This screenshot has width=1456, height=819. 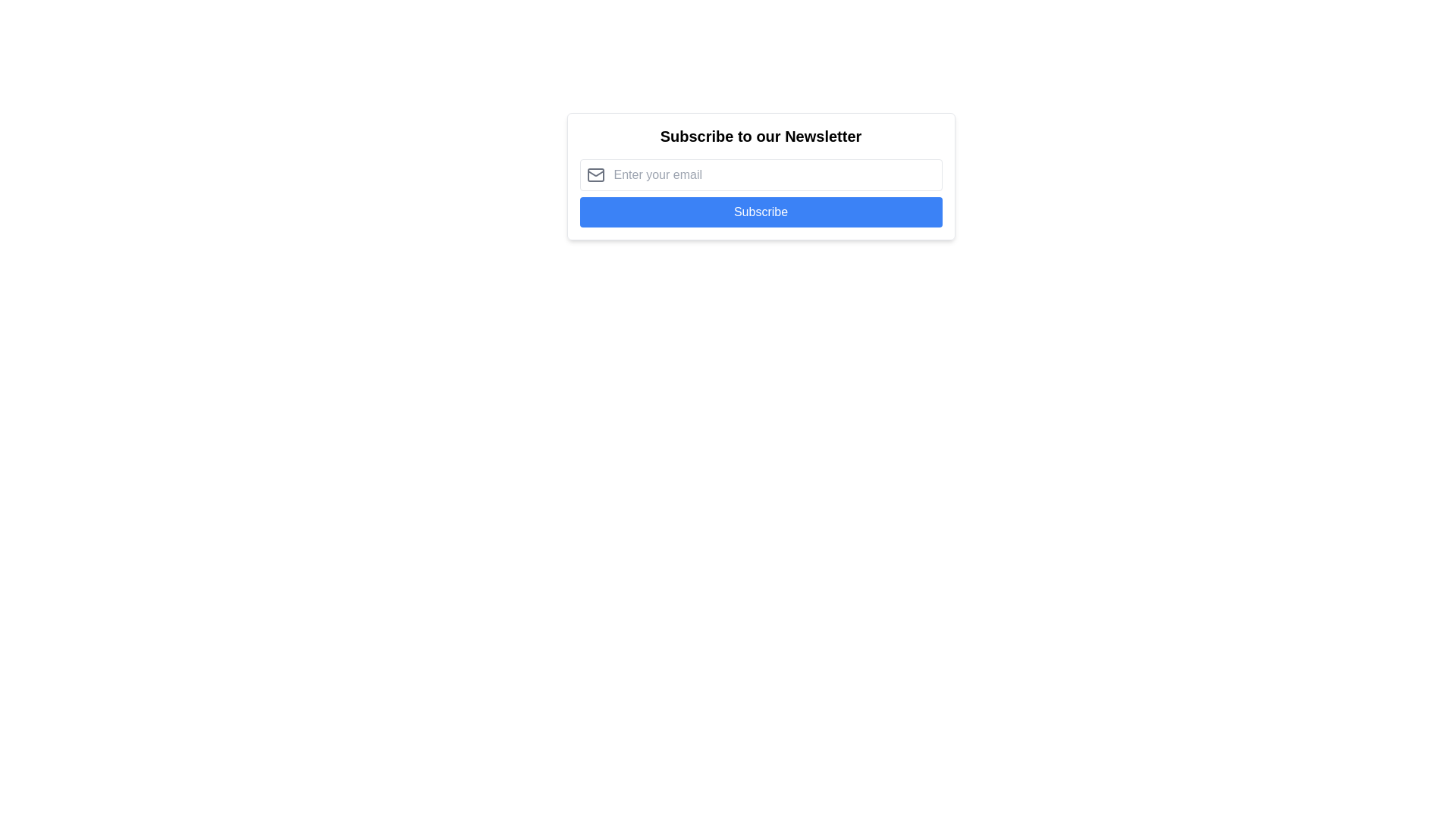 What do you see at coordinates (761, 212) in the screenshot?
I see `the blue button with rounded corners labeled 'Subscribe' to experience its hover effect` at bounding box center [761, 212].